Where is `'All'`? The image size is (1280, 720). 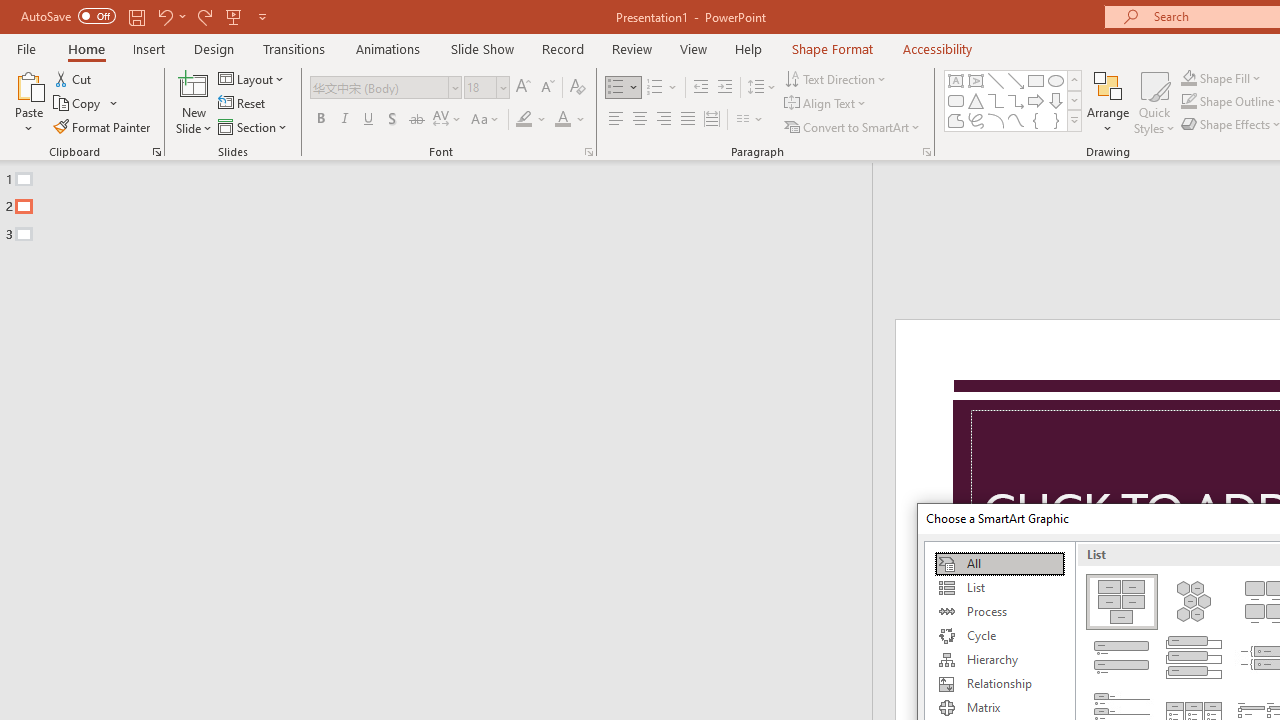 'All' is located at coordinates (999, 564).